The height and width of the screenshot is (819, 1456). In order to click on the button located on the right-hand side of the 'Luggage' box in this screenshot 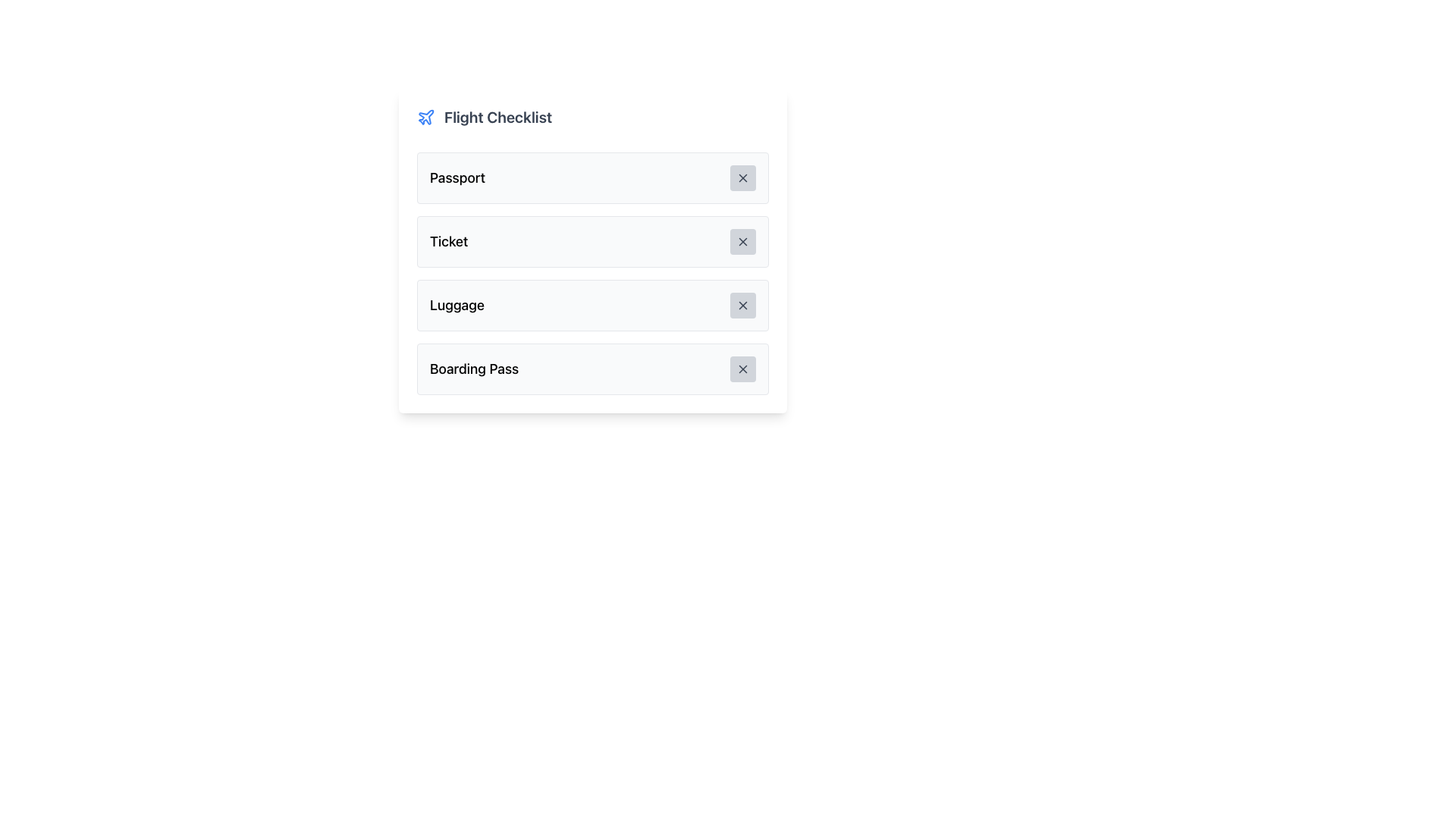, I will do `click(742, 305)`.